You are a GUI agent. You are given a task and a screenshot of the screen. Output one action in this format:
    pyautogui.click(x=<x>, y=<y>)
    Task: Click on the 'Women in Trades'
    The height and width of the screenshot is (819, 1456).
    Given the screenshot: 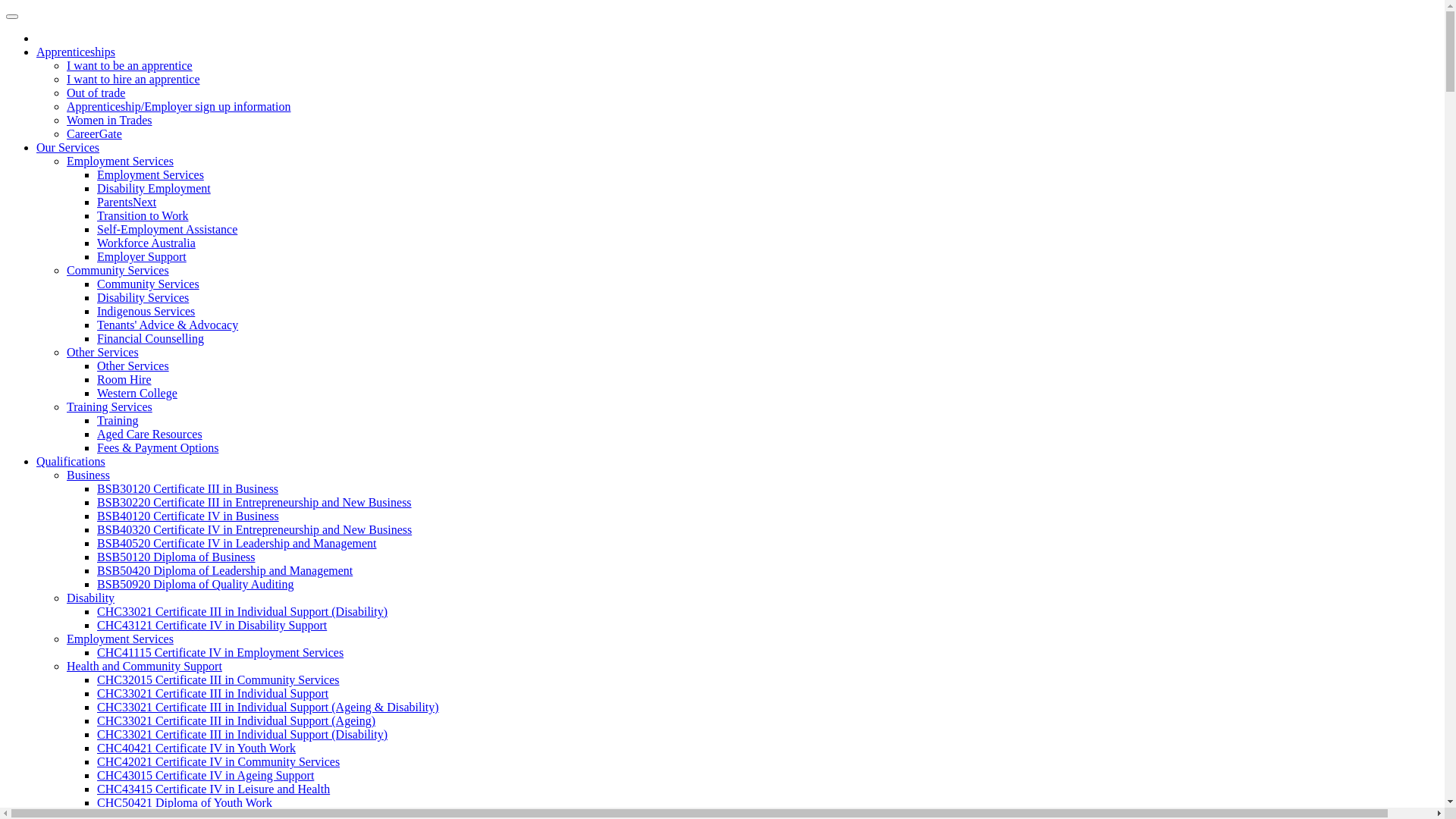 What is the action you would take?
    pyautogui.click(x=108, y=119)
    